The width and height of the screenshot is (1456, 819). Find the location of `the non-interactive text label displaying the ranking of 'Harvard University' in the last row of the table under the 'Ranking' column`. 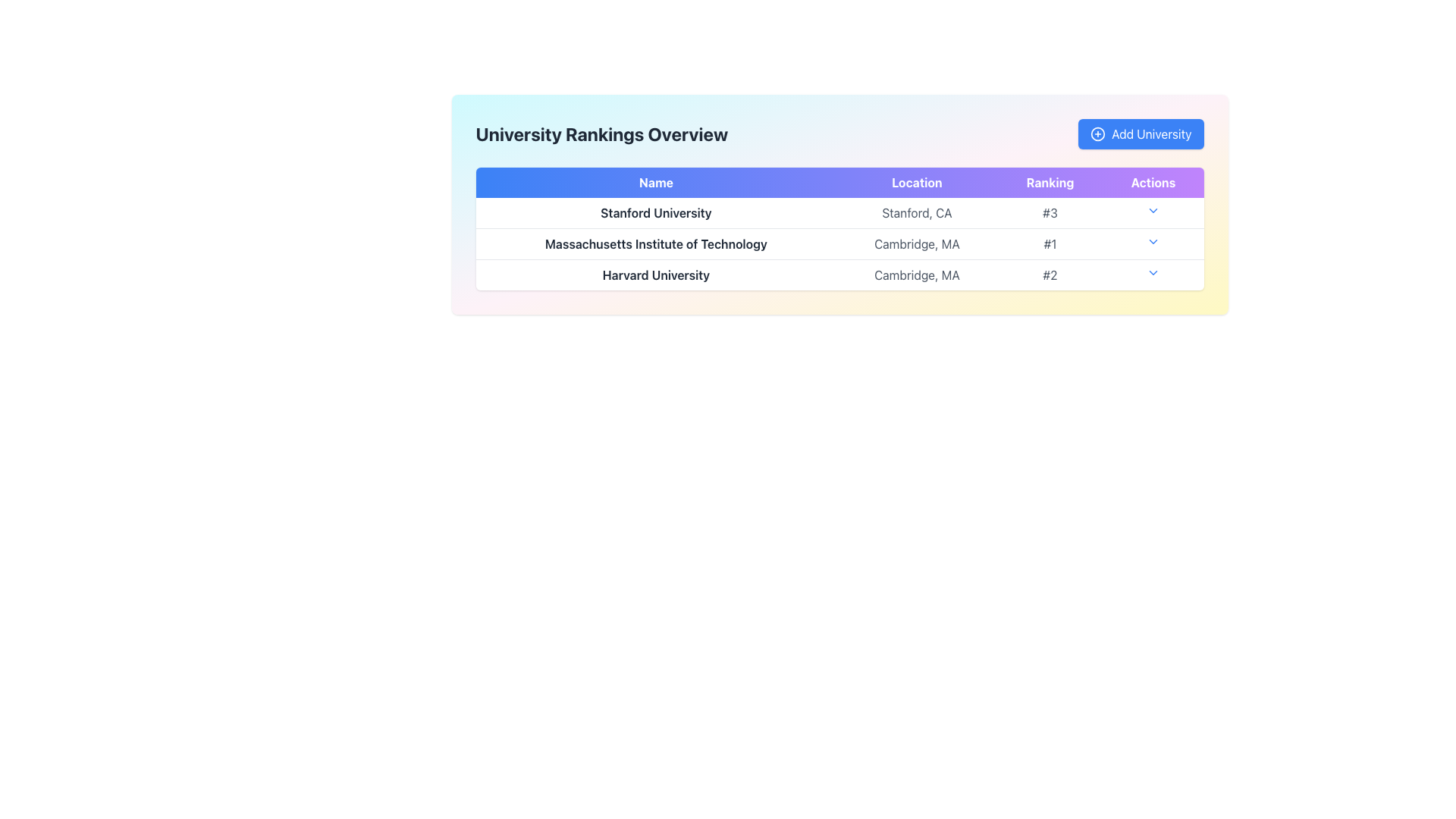

the non-interactive text label displaying the ranking of 'Harvard University' in the last row of the table under the 'Ranking' column is located at coordinates (1050, 275).